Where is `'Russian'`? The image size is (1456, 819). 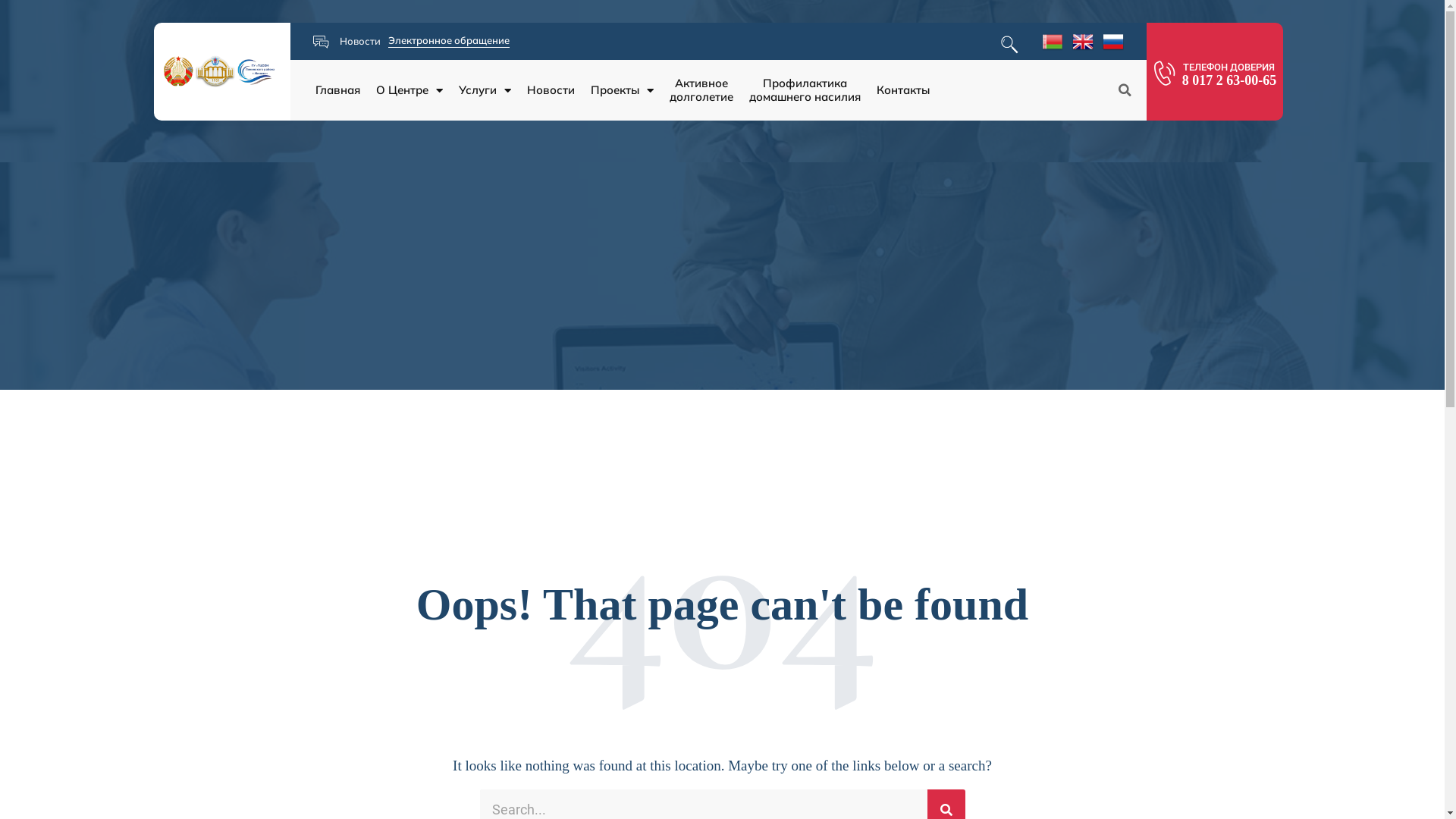
'Russian' is located at coordinates (1113, 39).